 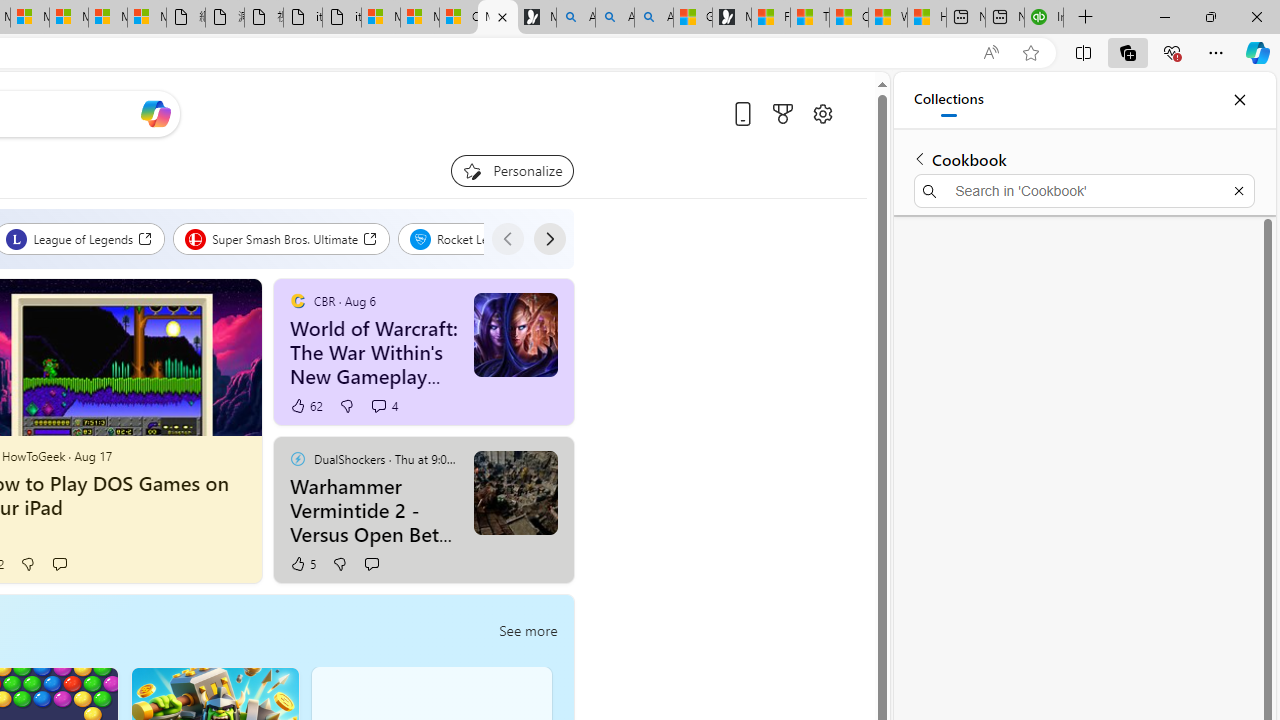 I want to click on 'CBR', so click(x=296, y=300).